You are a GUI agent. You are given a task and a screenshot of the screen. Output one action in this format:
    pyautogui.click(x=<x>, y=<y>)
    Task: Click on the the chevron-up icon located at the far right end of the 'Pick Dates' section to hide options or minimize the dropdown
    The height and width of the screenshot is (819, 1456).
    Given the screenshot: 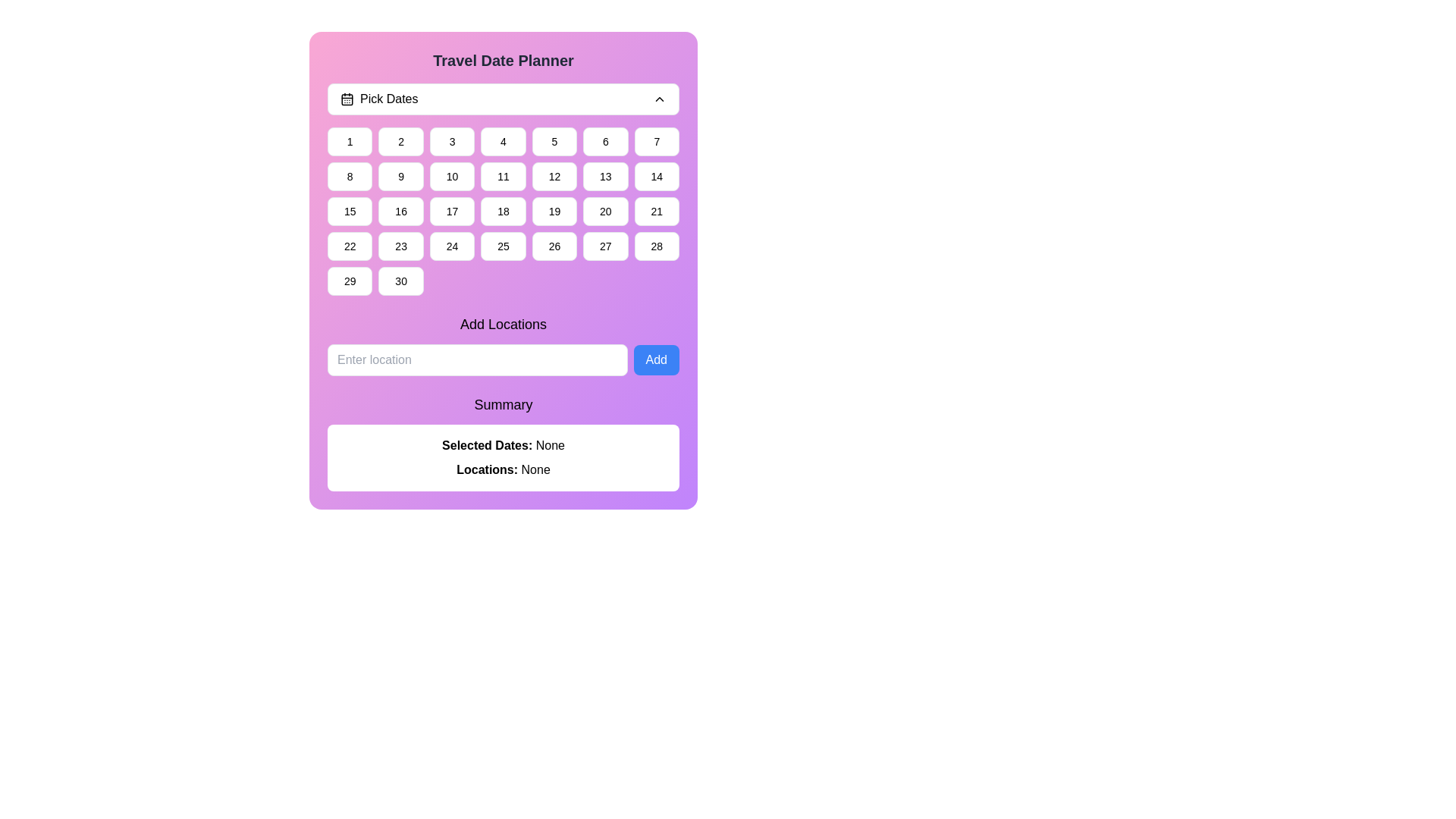 What is the action you would take?
    pyautogui.click(x=659, y=99)
    